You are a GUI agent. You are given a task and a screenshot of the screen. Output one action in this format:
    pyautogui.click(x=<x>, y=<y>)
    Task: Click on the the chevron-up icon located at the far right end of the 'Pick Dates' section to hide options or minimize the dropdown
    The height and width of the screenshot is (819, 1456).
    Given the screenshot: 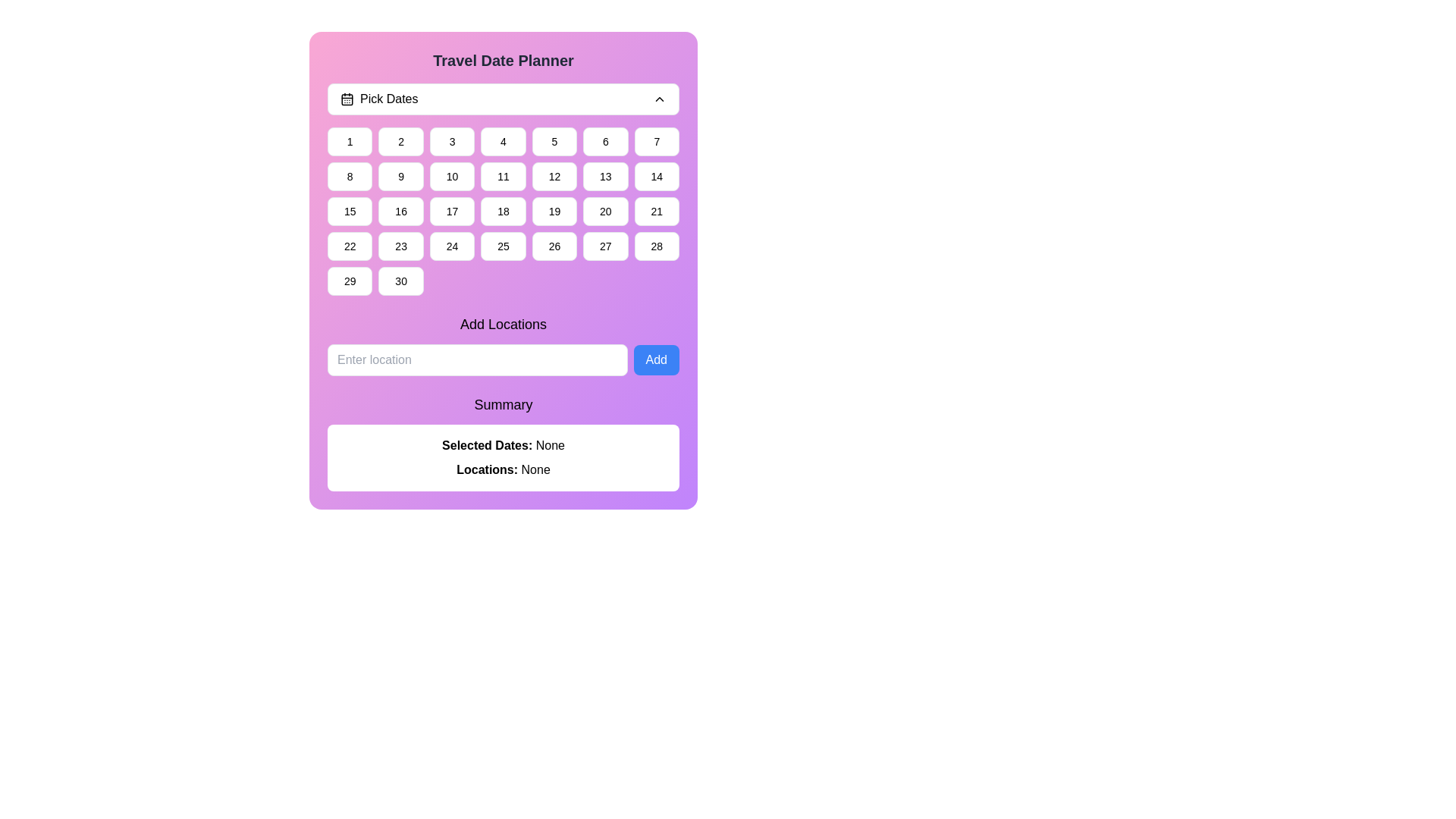 What is the action you would take?
    pyautogui.click(x=659, y=99)
    